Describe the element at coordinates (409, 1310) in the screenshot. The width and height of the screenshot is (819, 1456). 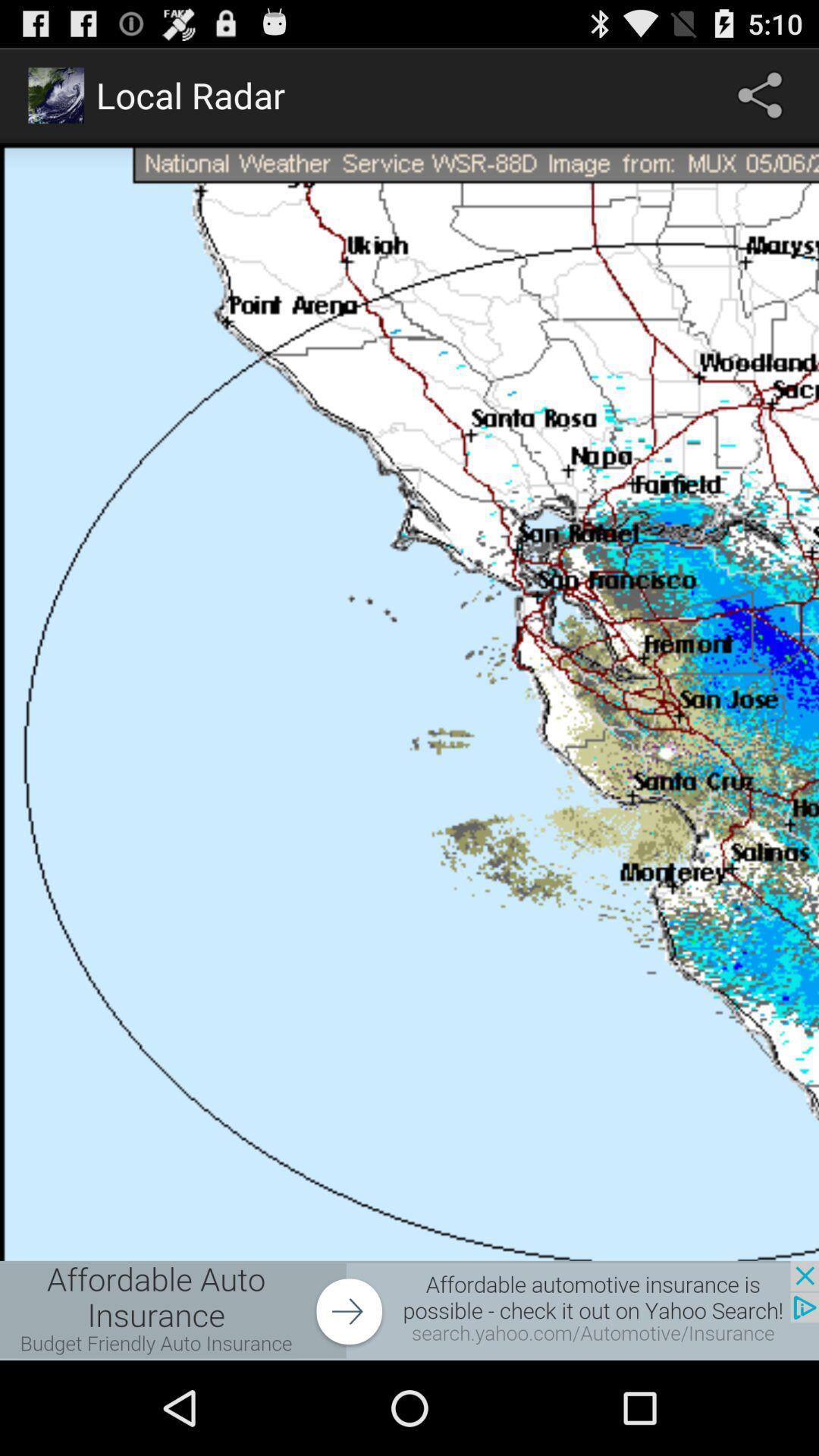
I see `advertisement` at that location.